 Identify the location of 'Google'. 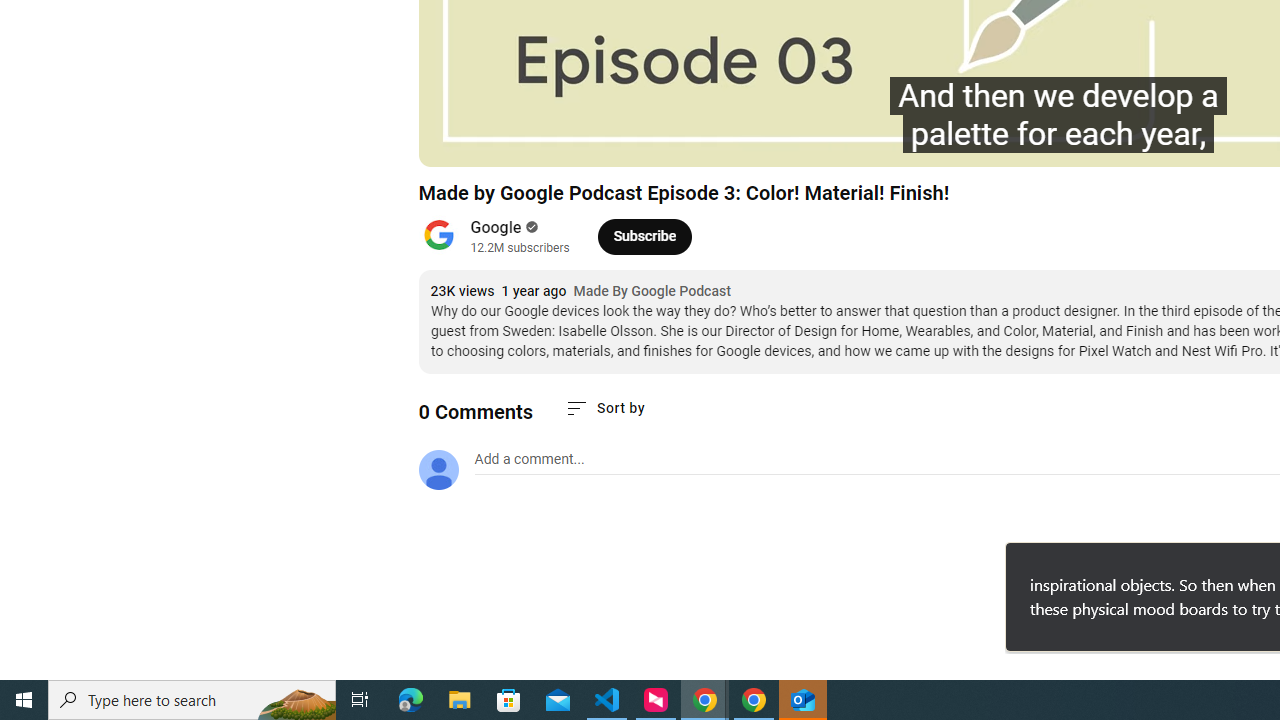
(496, 226).